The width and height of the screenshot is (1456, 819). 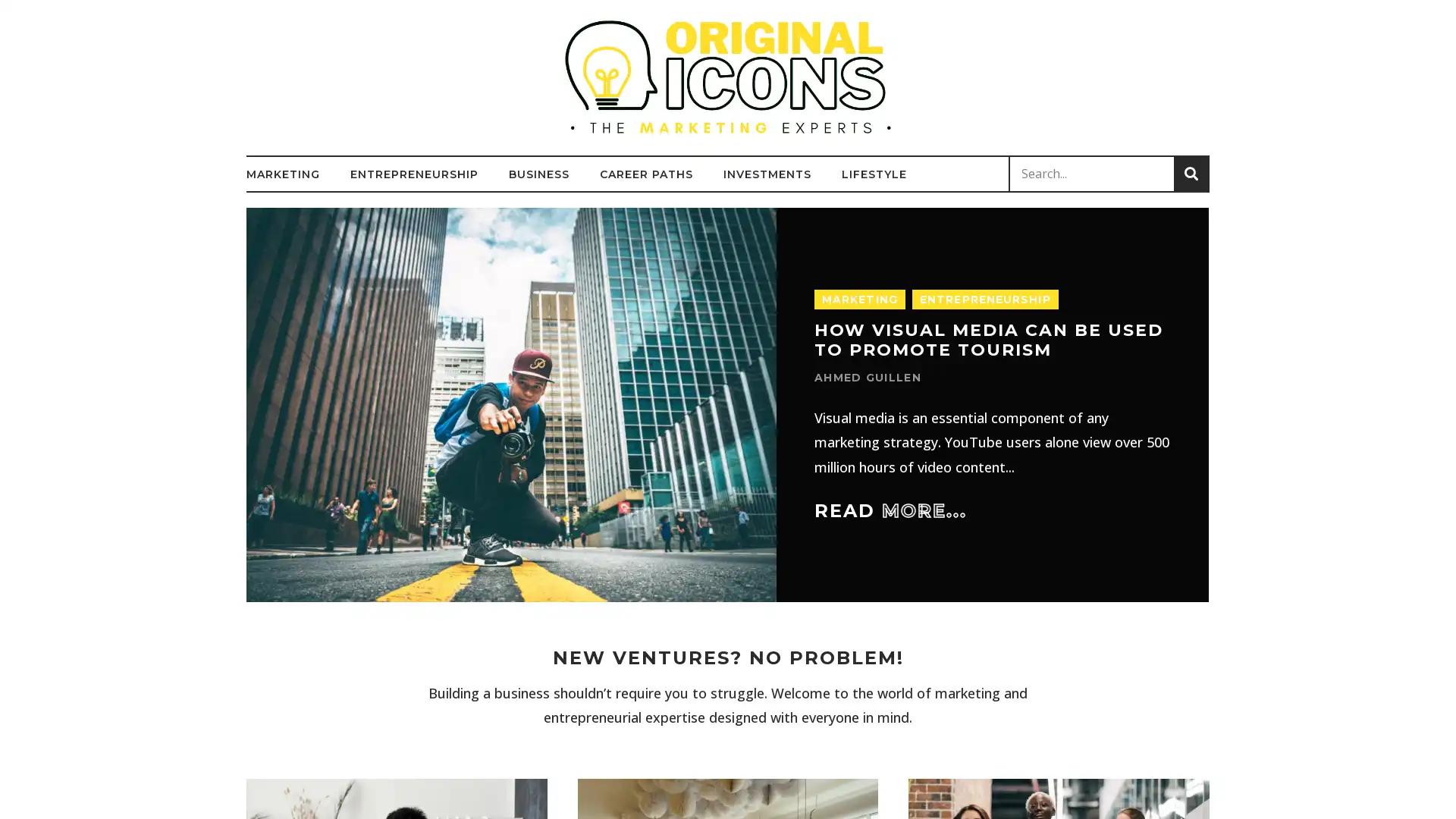 I want to click on Search, so click(x=1190, y=173).